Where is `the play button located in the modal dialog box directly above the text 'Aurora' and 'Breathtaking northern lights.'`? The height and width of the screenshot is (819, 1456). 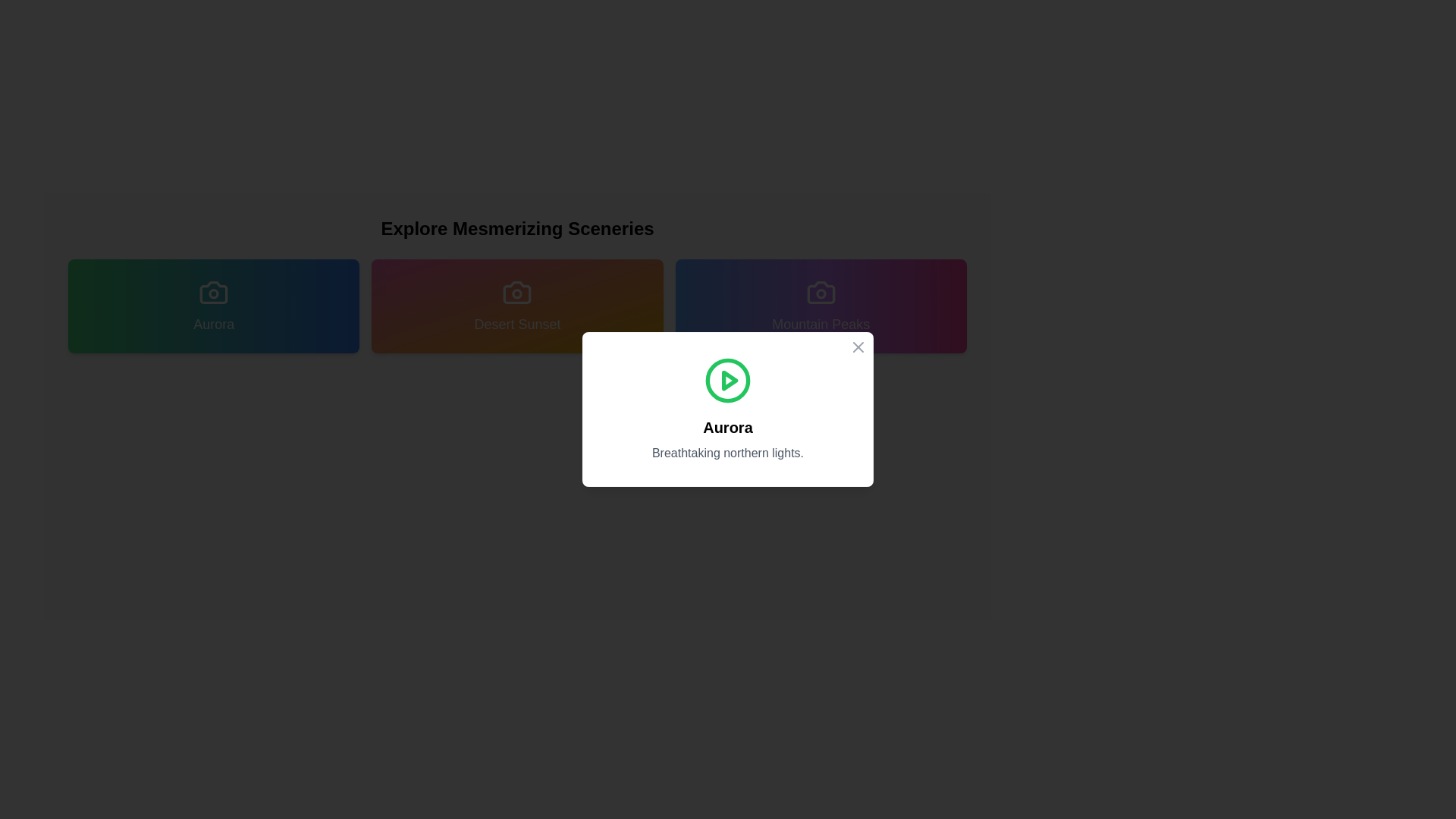
the play button located in the modal dialog box directly above the text 'Aurora' and 'Breathtaking northern lights.' is located at coordinates (728, 379).